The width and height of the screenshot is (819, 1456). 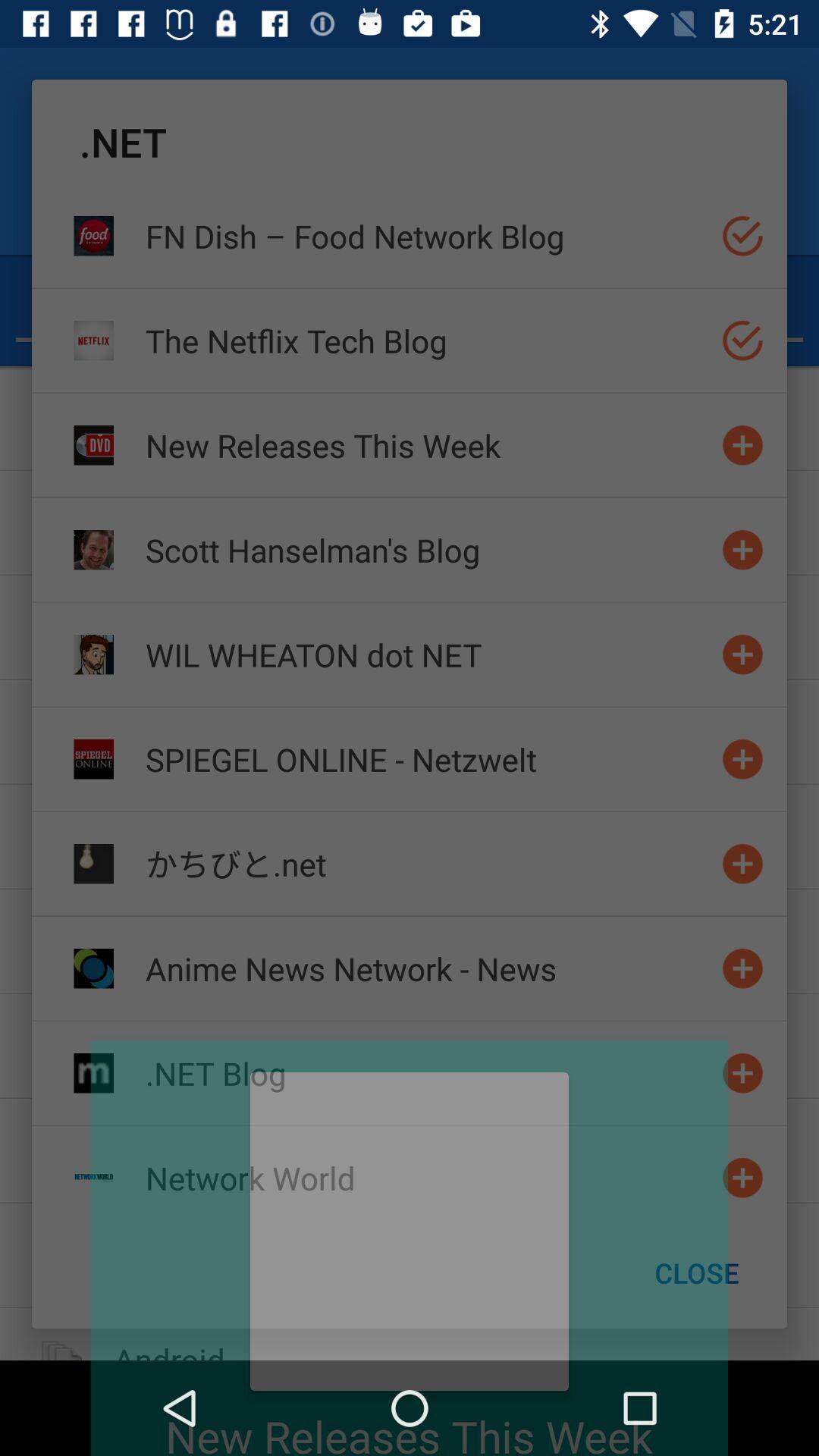 What do you see at coordinates (427, 549) in the screenshot?
I see `the scott hanselman s icon` at bounding box center [427, 549].